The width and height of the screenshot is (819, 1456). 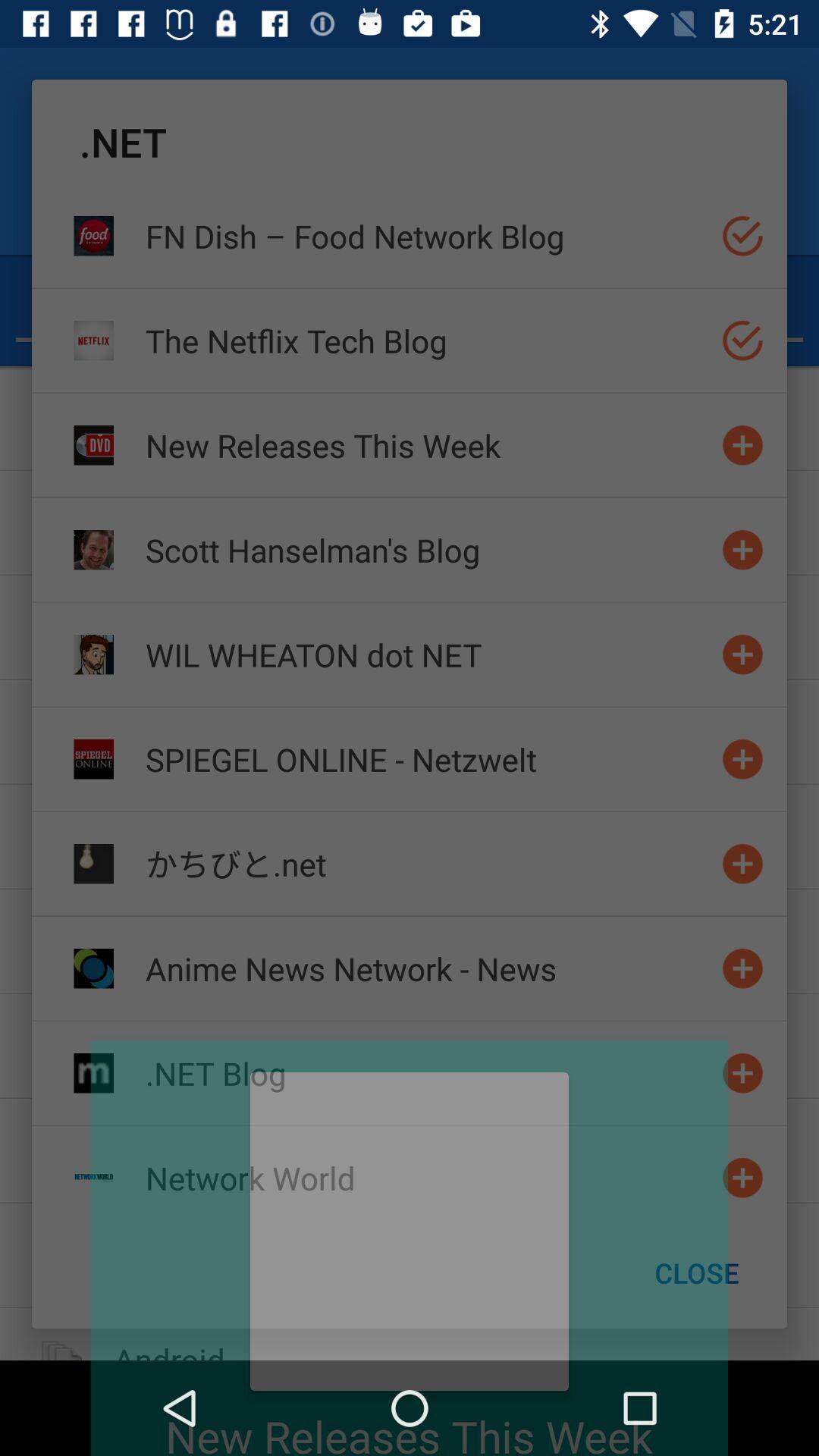 What do you see at coordinates (427, 549) in the screenshot?
I see `the scott hanselman s icon` at bounding box center [427, 549].